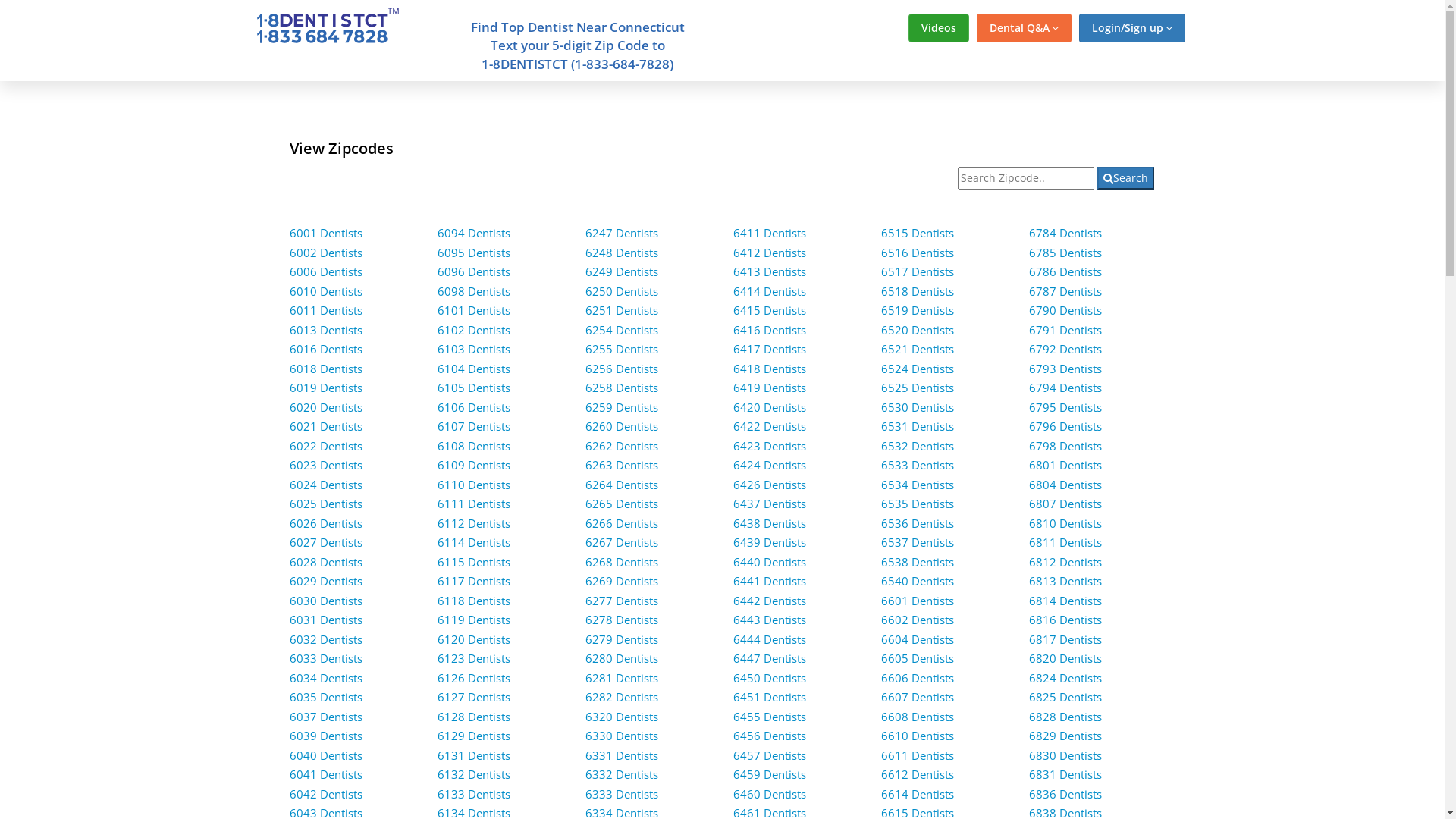 This screenshot has width=1456, height=819. What do you see at coordinates (1065, 696) in the screenshot?
I see `'6825 Dentists'` at bounding box center [1065, 696].